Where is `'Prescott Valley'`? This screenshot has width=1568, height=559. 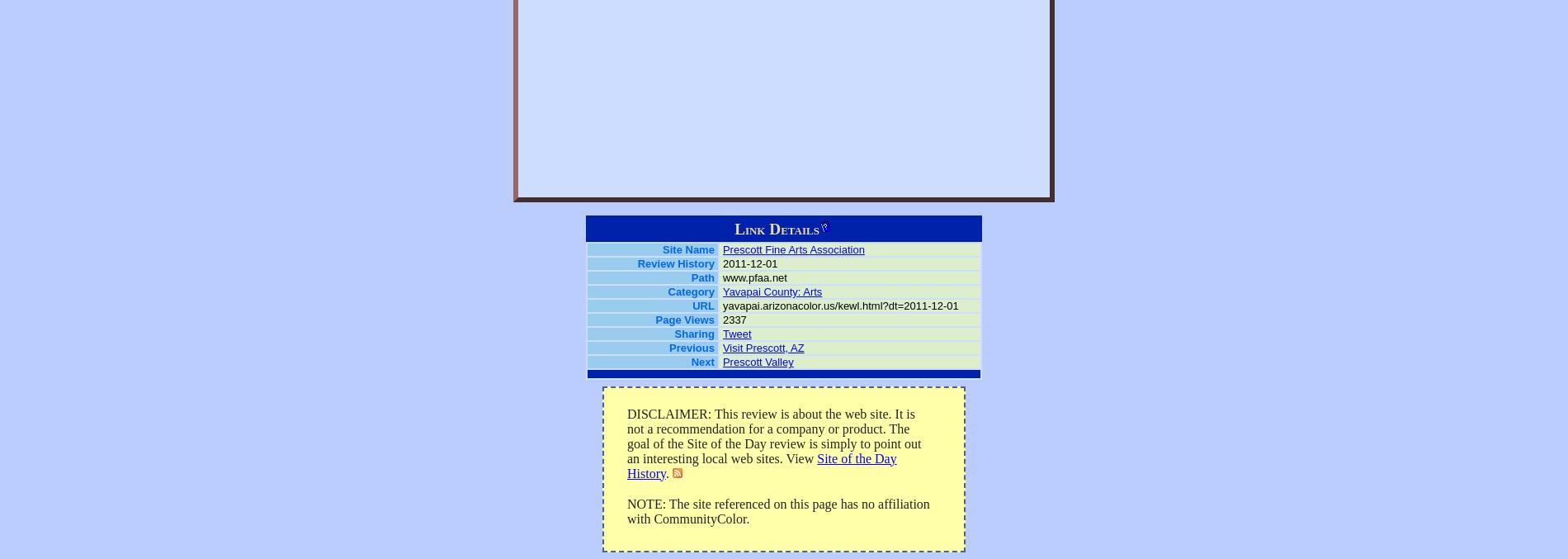
'Prescott Valley' is located at coordinates (757, 361).